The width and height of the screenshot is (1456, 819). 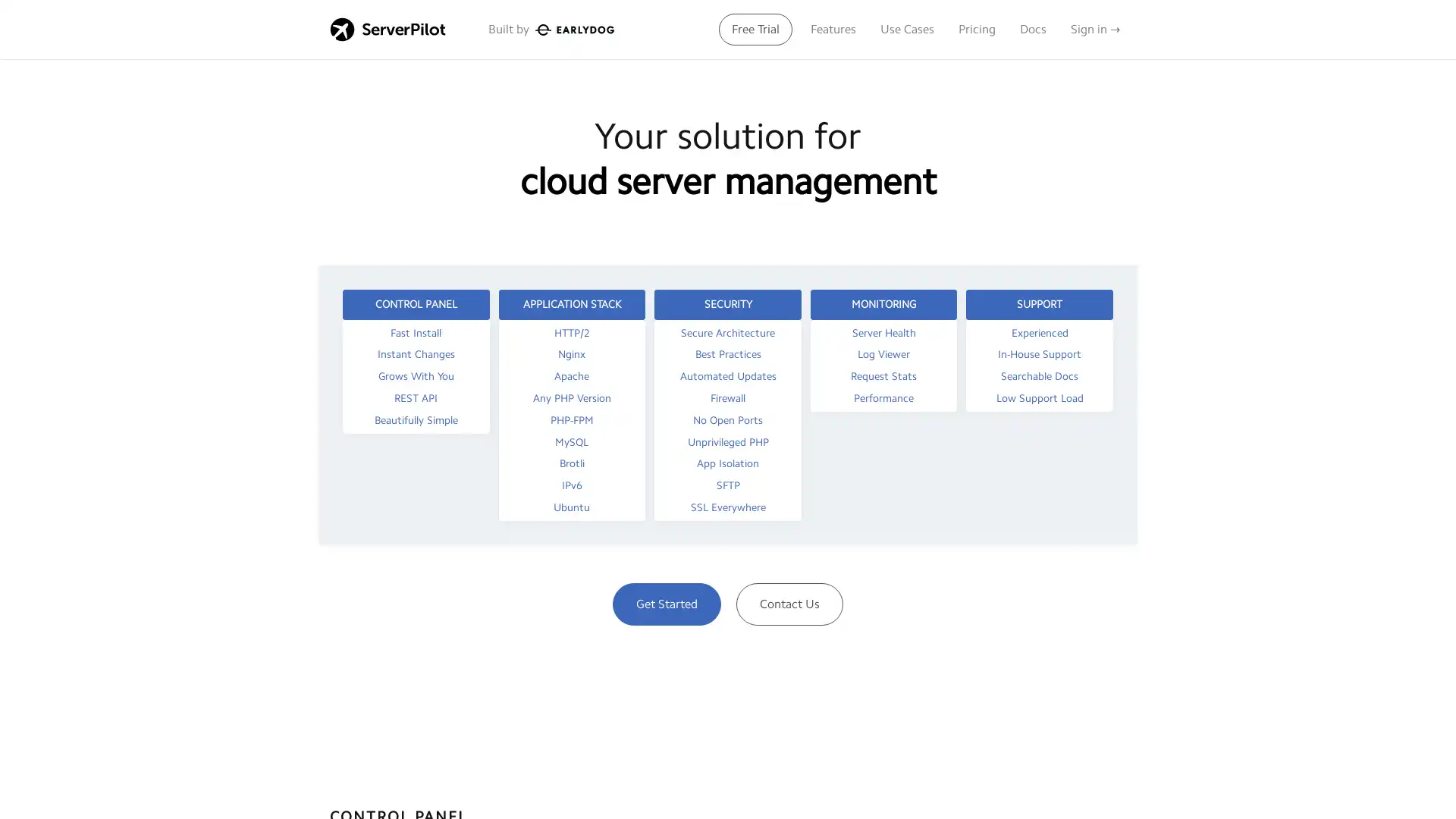 I want to click on Pricing, so click(x=977, y=29).